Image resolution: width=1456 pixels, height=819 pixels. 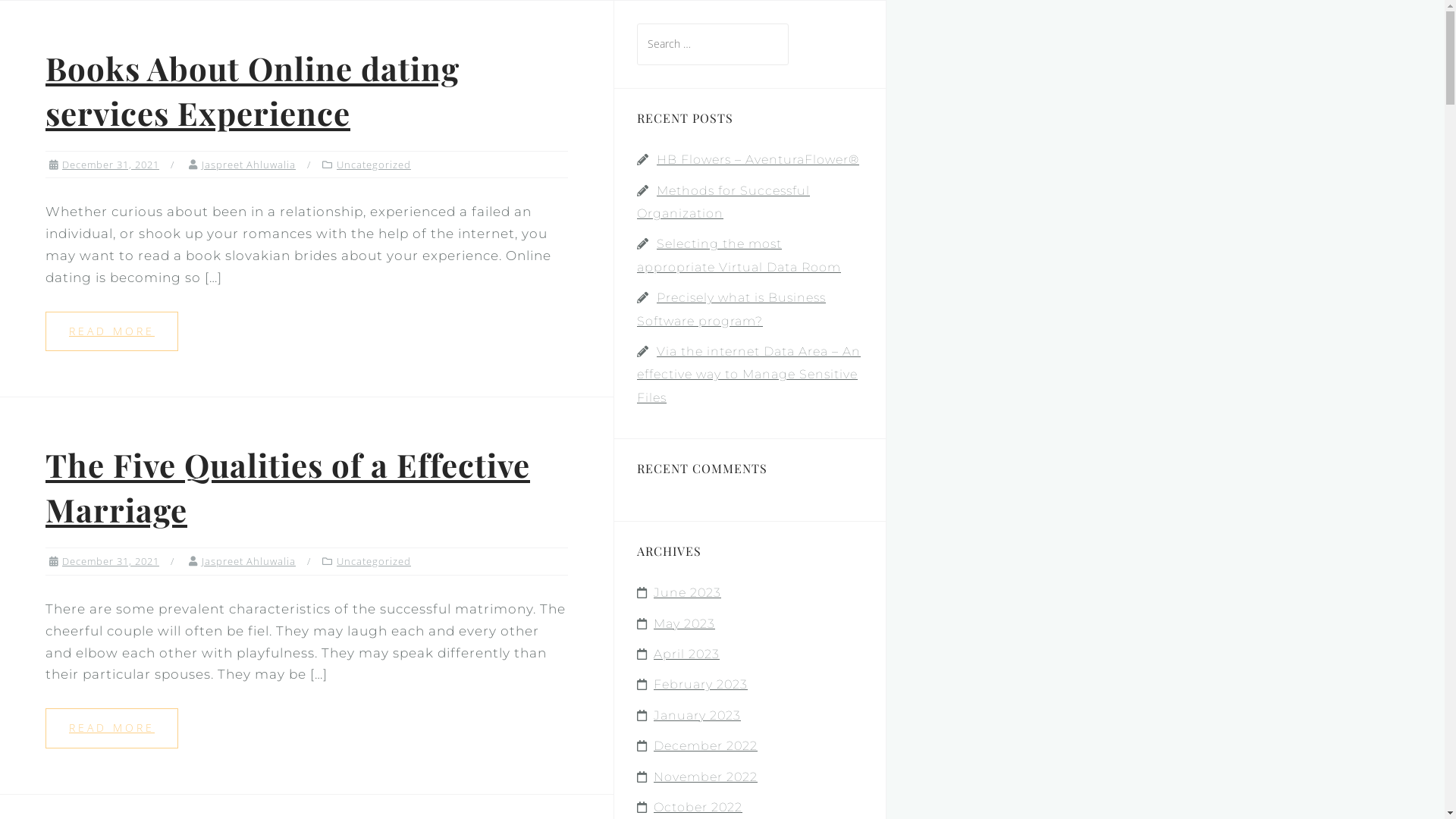 What do you see at coordinates (704, 745) in the screenshot?
I see `'December 2022'` at bounding box center [704, 745].